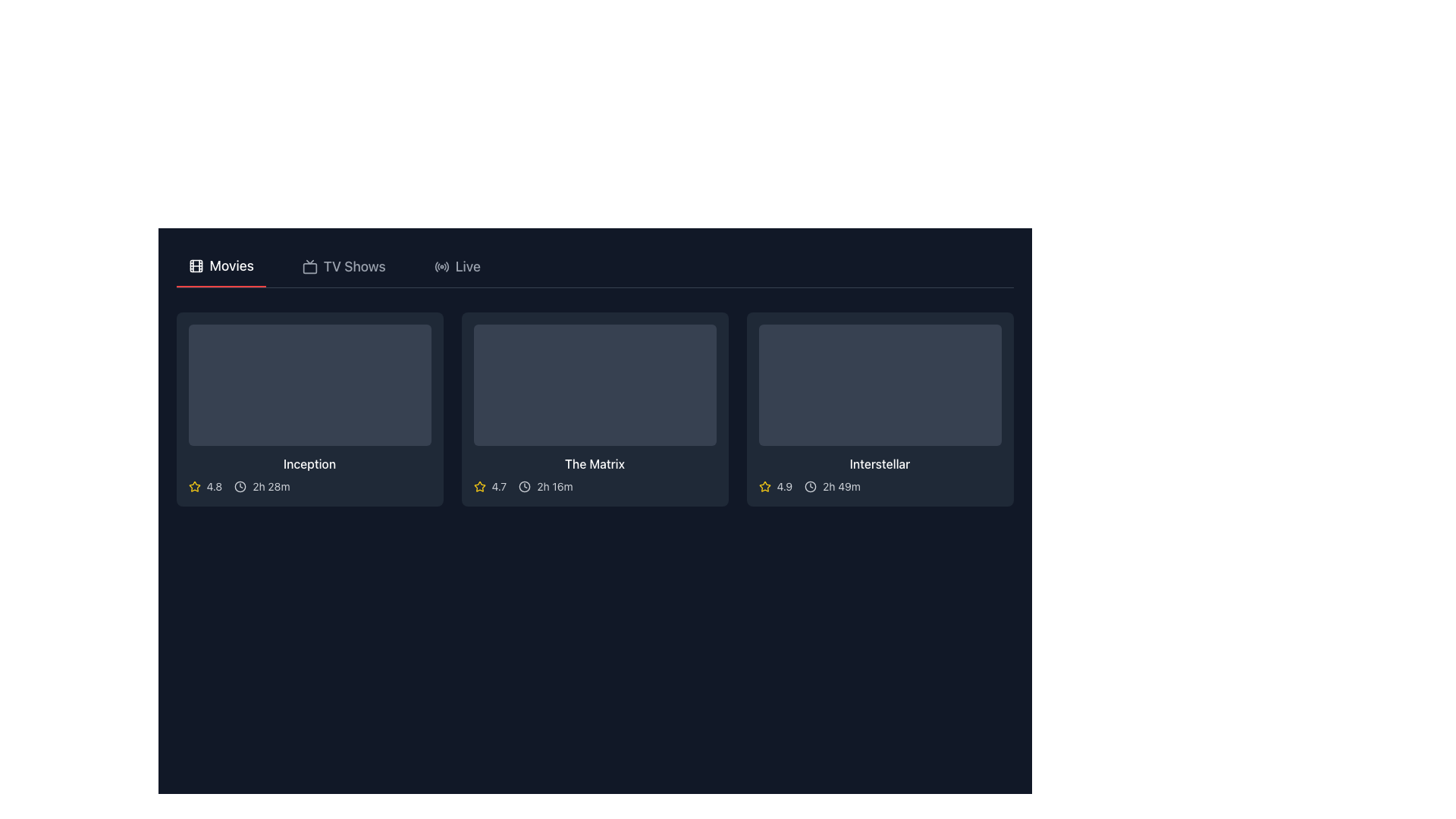 This screenshot has width=1456, height=819. What do you see at coordinates (353, 265) in the screenshot?
I see `the 'TV Shows' text label` at bounding box center [353, 265].